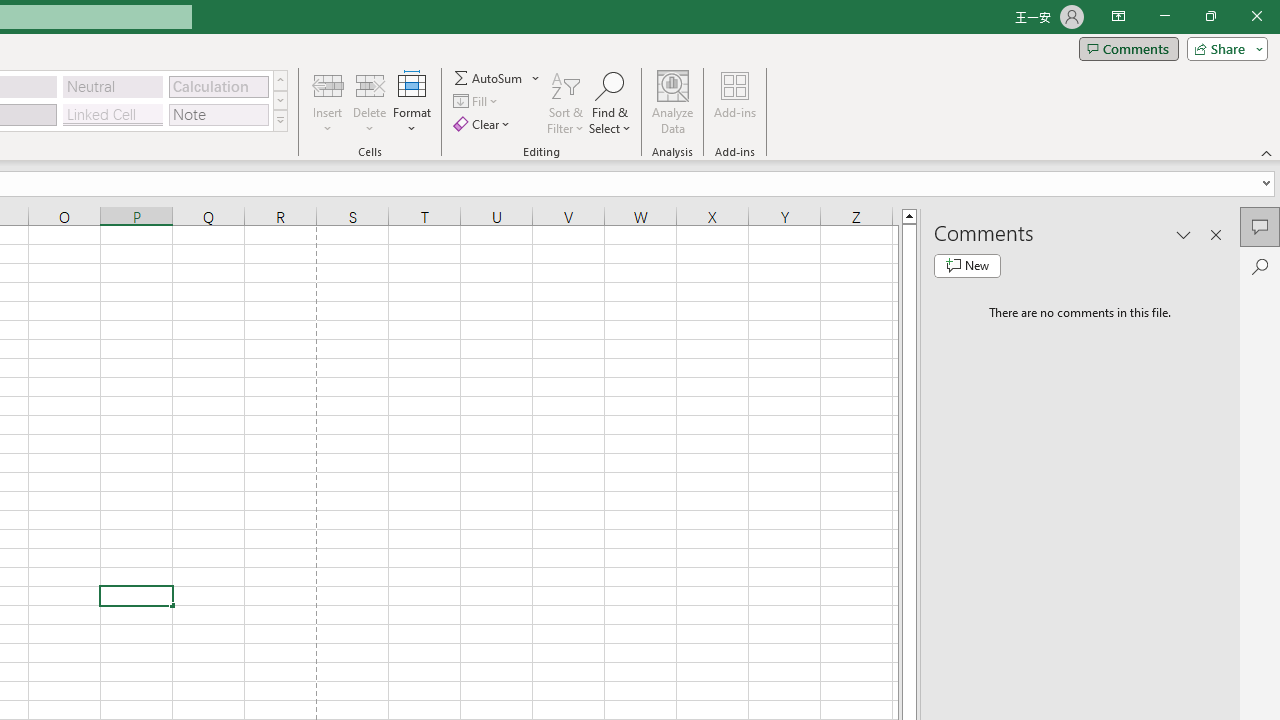  Describe the element at coordinates (609, 103) in the screenshot. I see `'Find & Select'` at that location.